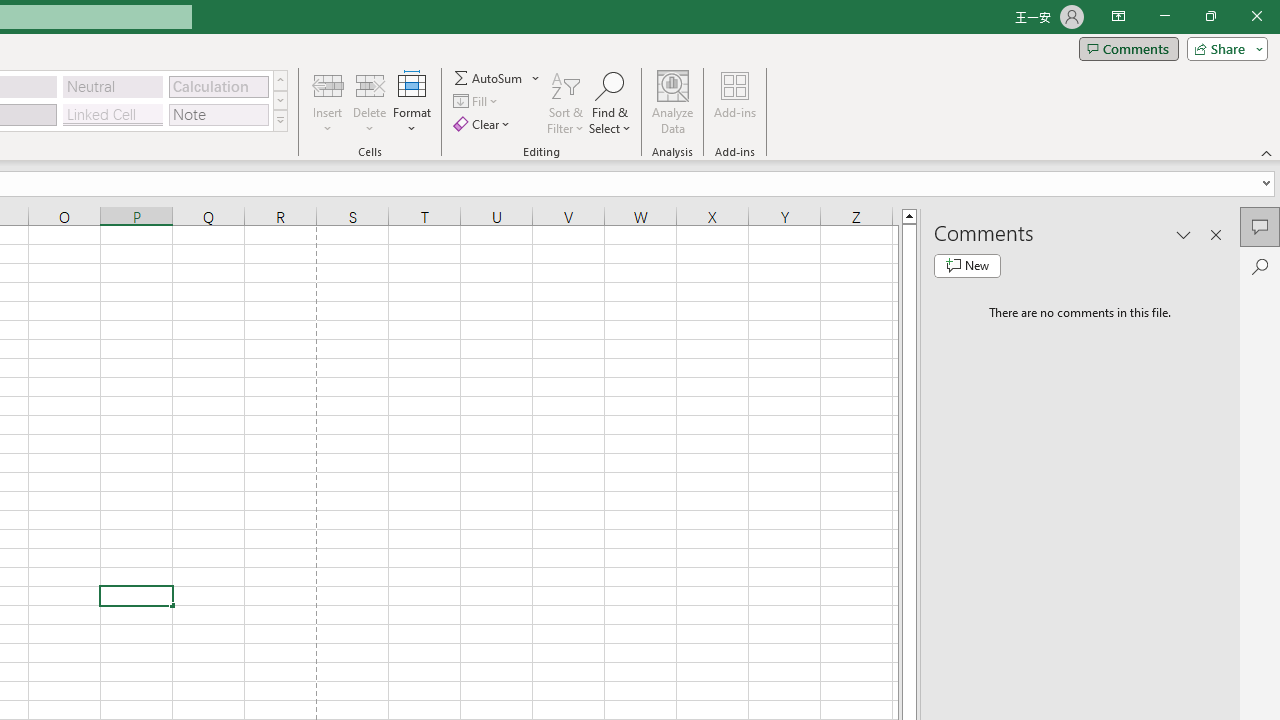  Describe the element at coordinates (609, 103) in the screenshot. I see `'Find & Select'` at that location.